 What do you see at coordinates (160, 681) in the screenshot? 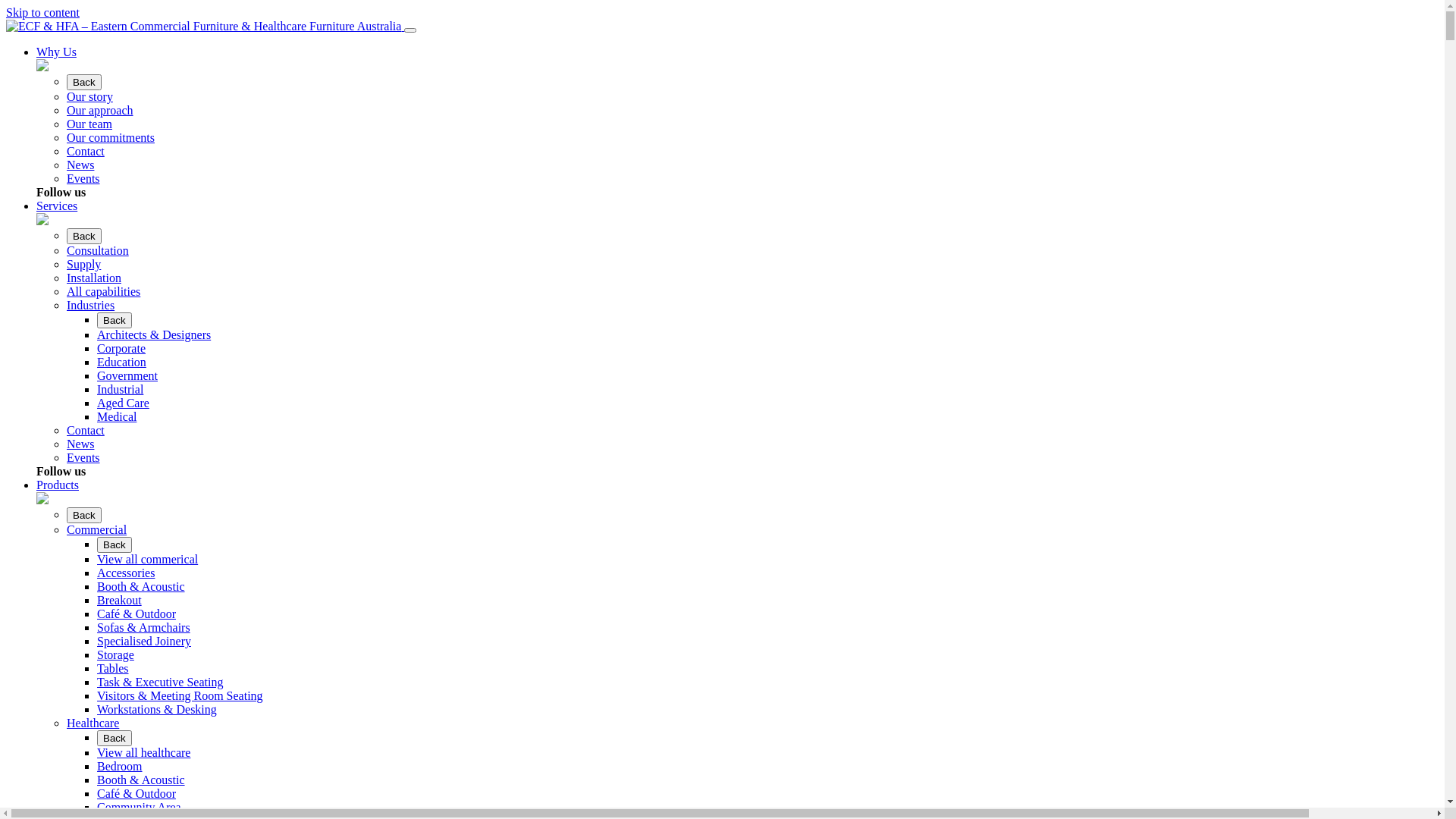
I see `'Task & Executive Seating'` at bounding box center [160, 681].